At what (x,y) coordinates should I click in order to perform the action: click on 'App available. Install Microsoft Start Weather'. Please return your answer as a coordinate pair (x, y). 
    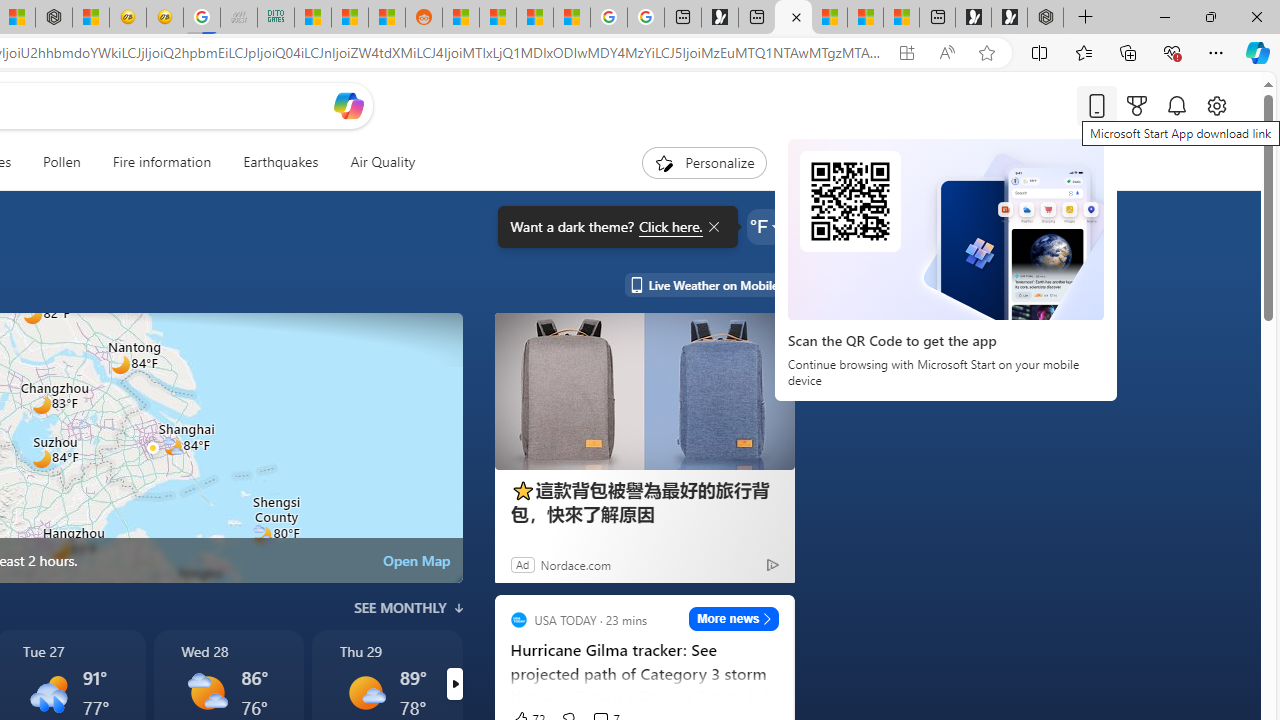
    Looking at the image, I should click on (905, 52).